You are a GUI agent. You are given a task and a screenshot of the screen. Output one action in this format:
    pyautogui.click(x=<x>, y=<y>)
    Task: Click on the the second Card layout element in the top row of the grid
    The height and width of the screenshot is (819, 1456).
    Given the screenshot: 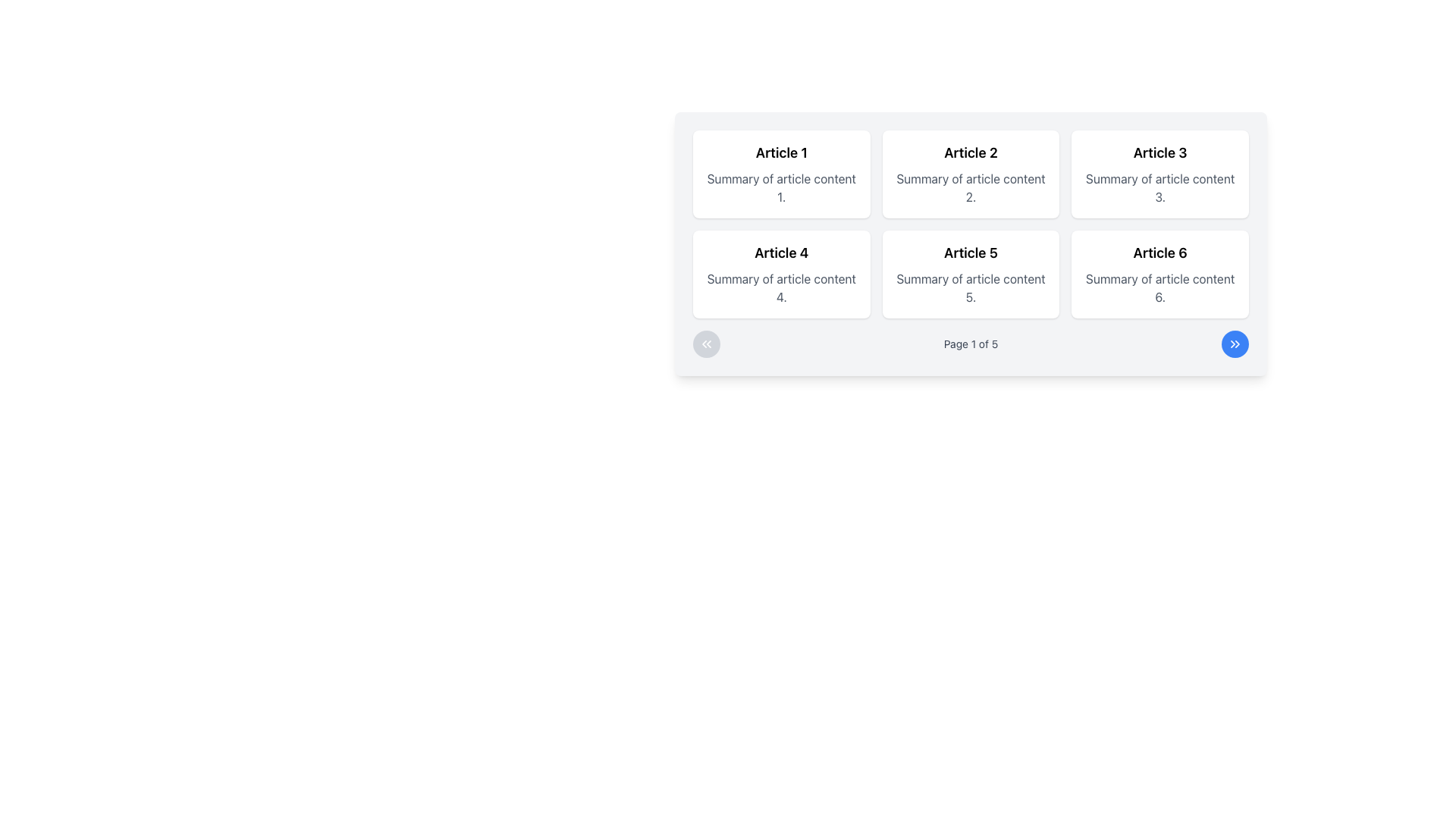 What is the action you would take?
    pyautogui.click(x=971, y=174)
    